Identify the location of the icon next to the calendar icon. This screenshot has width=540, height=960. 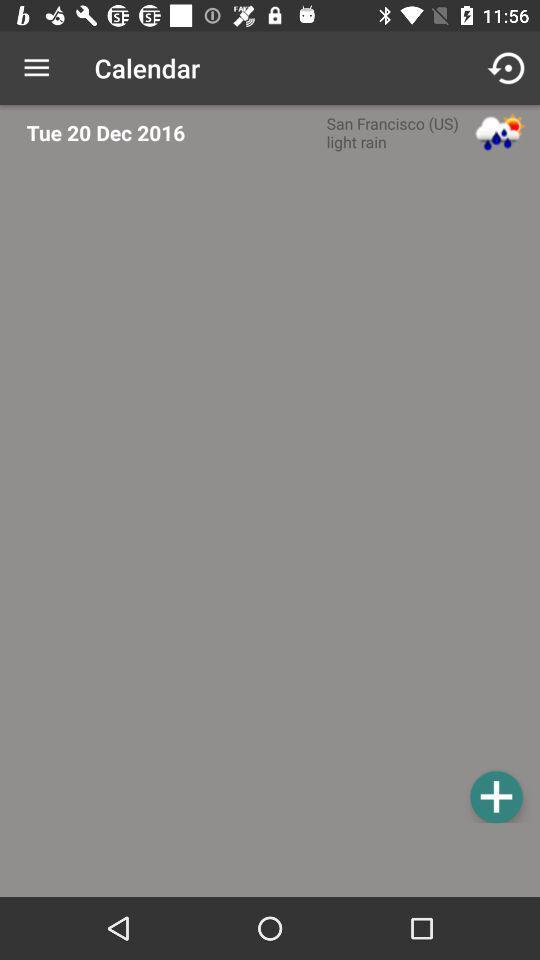
(508, 68).